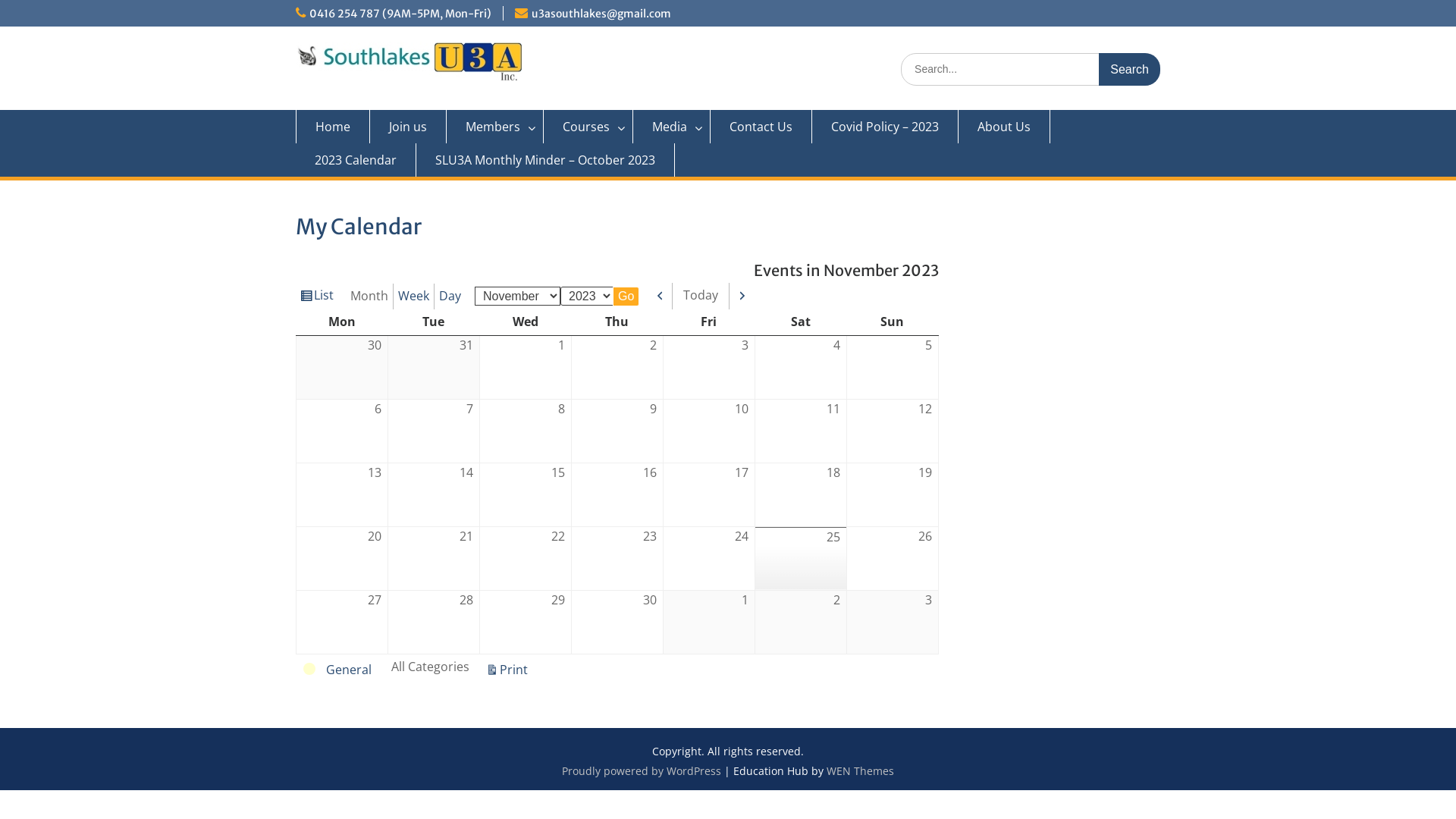 This screenshot has height=819, width=1456. Describe the element at coordinates (626, 296) in the screenshot. I see `'Go'` at that location.